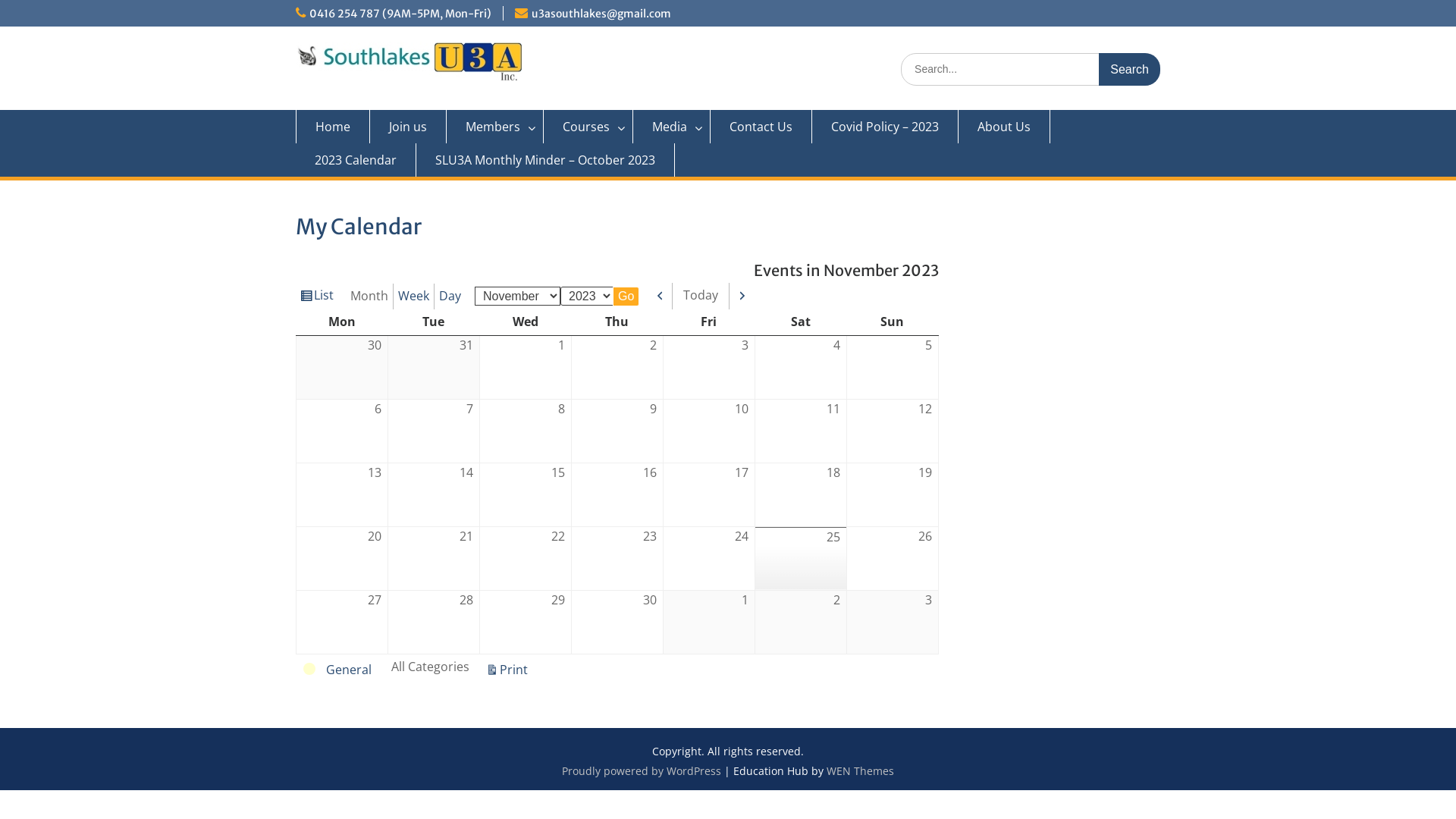 This screenshot has height=819, width=1456. Describe the element at coordinates (626, 296) in the screenshot. I see `'Go'` at that location.